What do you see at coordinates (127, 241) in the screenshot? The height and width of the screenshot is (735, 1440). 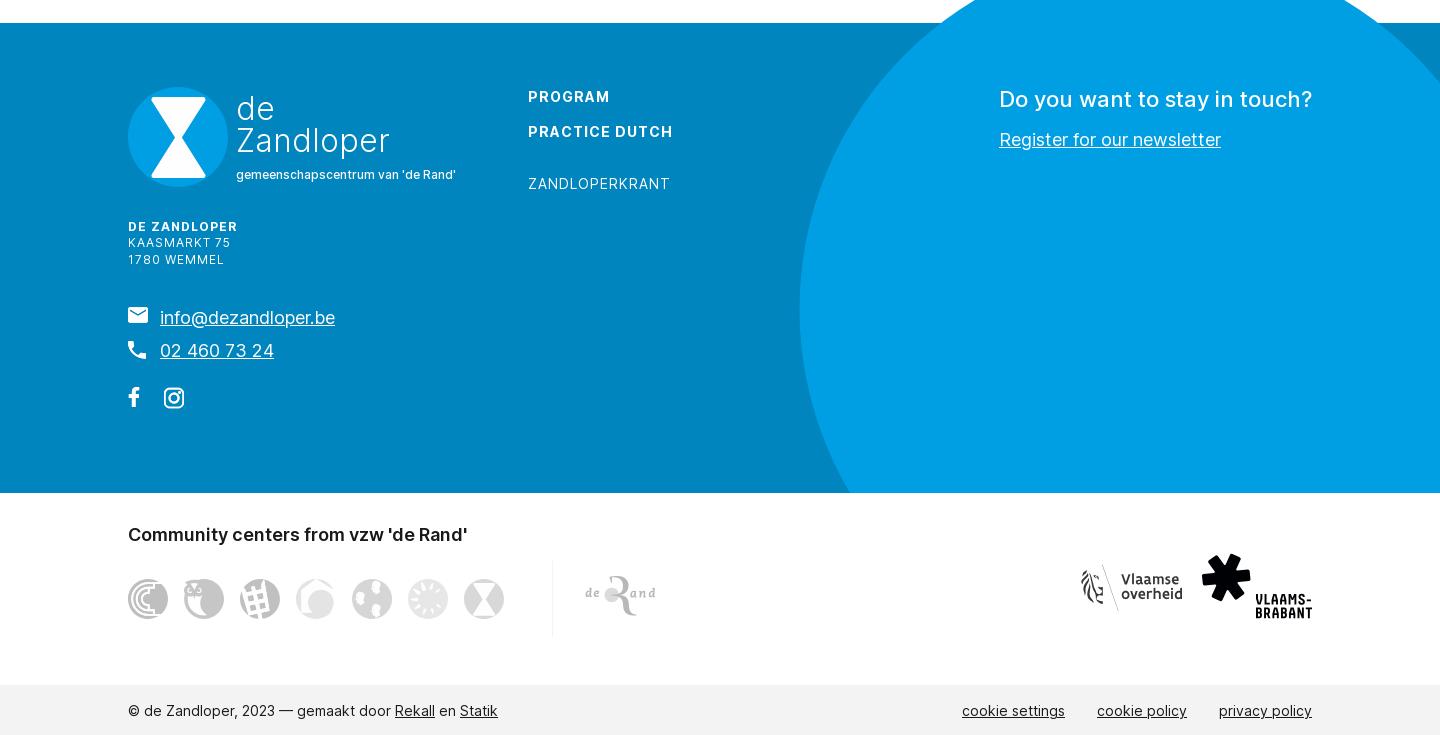 I see `'Kaasmarkt 75'` at bounding box center [127, 241].